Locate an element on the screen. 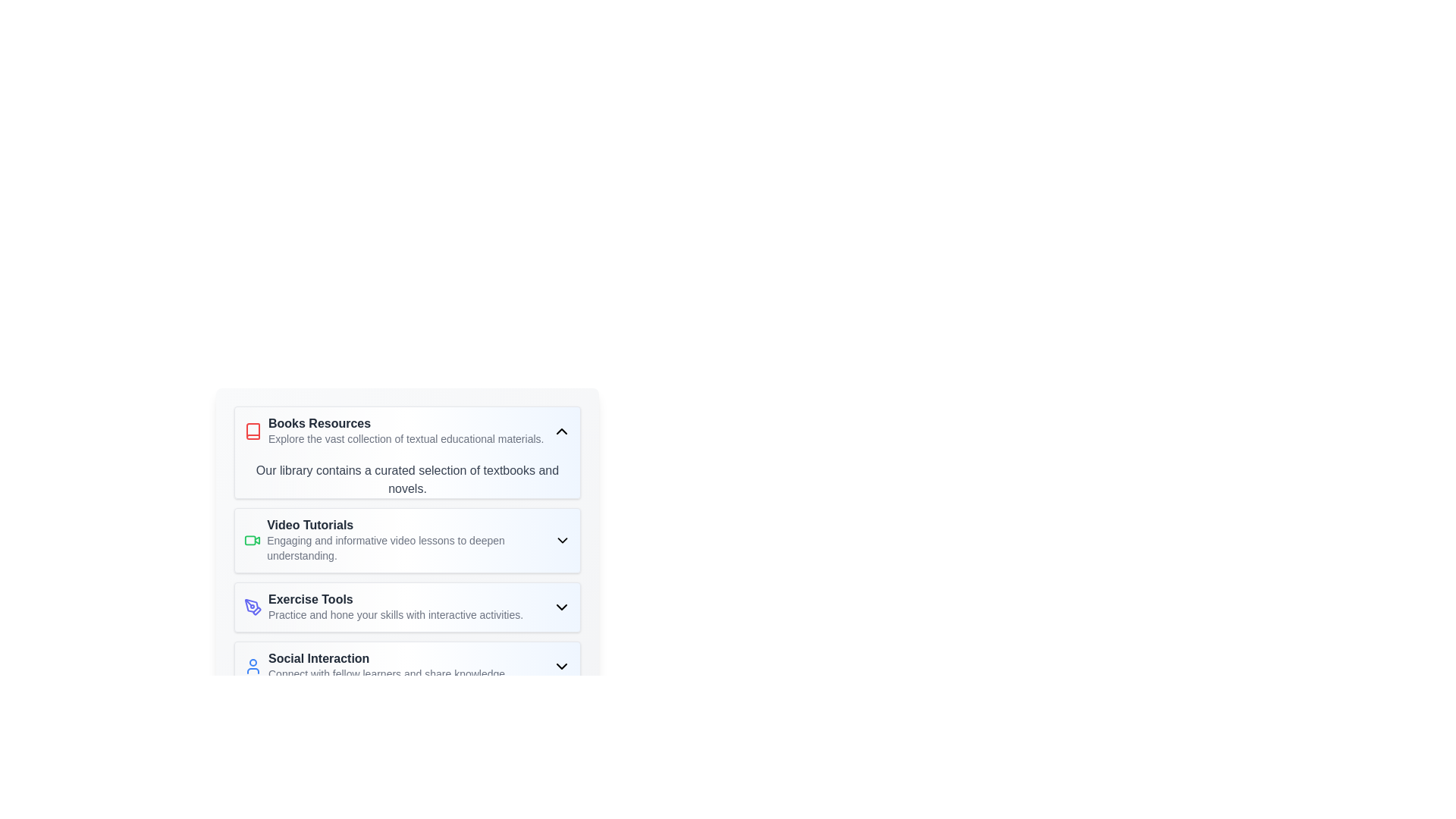 This screenshot has height=819, width=1456. text description located below the title 'Social Interaction', which says: 'Connect with fellow learners and share knowledge.' is located at coordinates (388, 673).